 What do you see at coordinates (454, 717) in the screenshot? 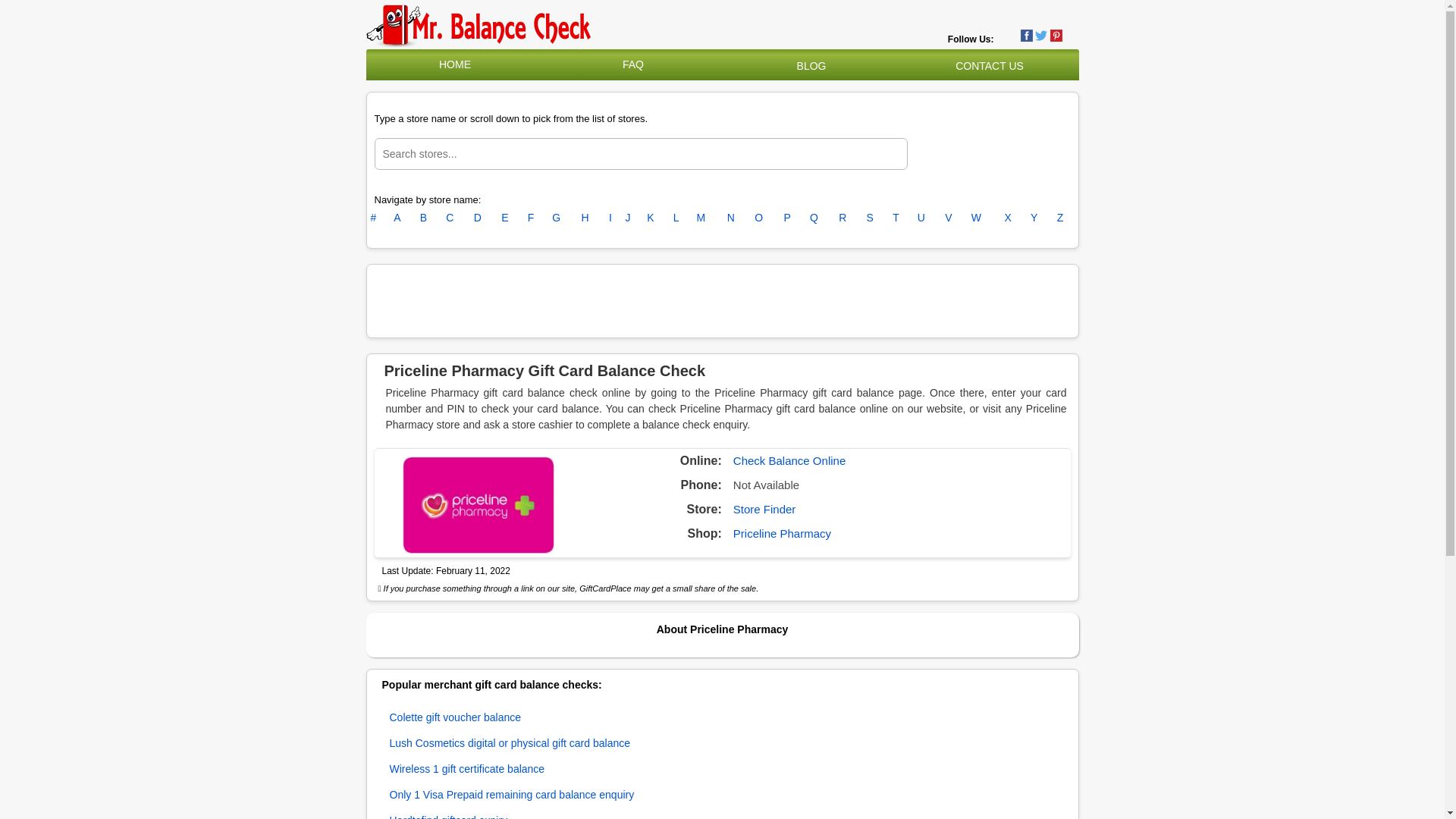
I see `'Colette gift voucher balance'` at bounding box center [454, 717].